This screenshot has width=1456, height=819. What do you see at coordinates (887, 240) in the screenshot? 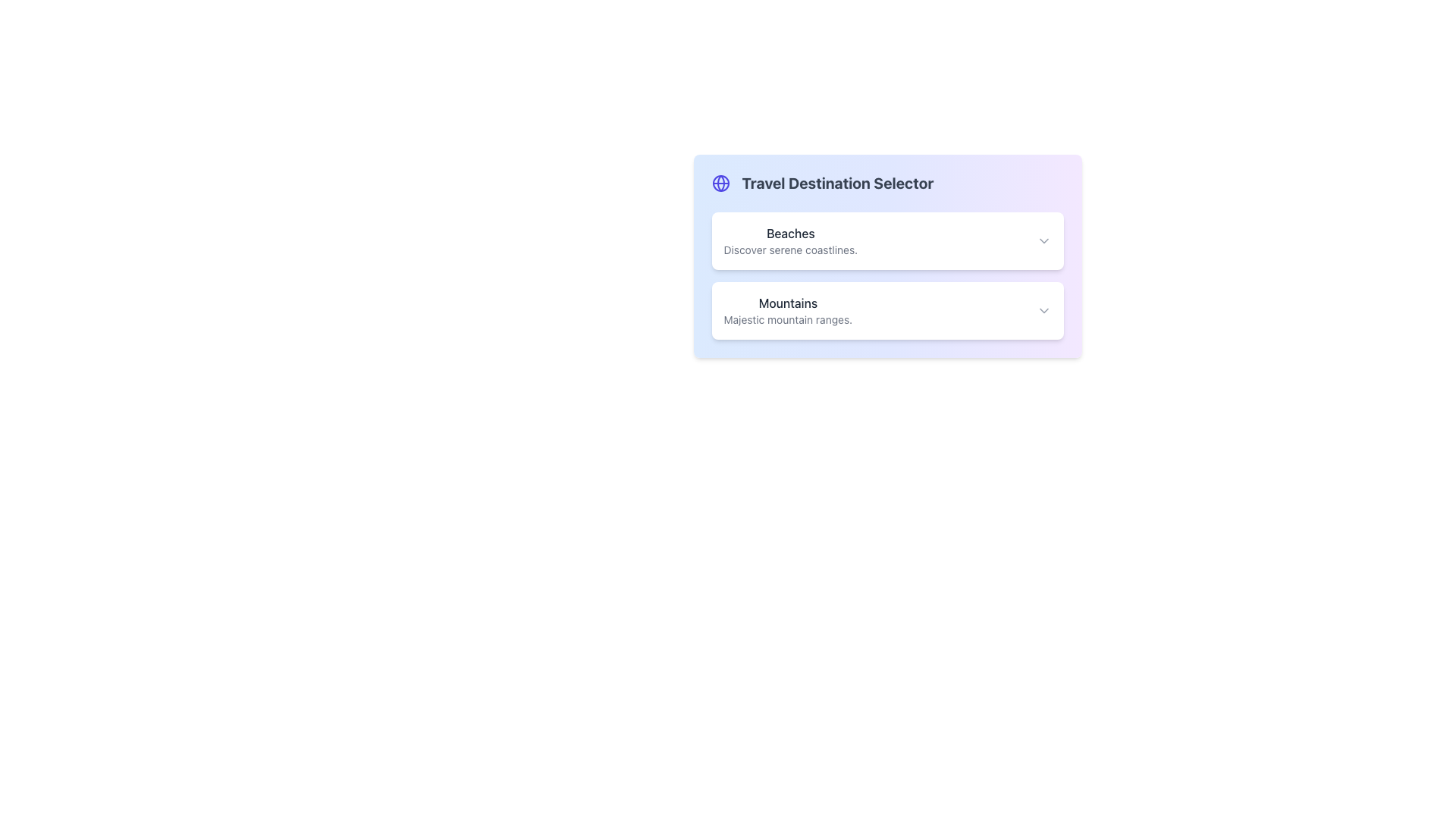
I see `the first selectable item in the travel destination selector` at bounding box center [887, 240].